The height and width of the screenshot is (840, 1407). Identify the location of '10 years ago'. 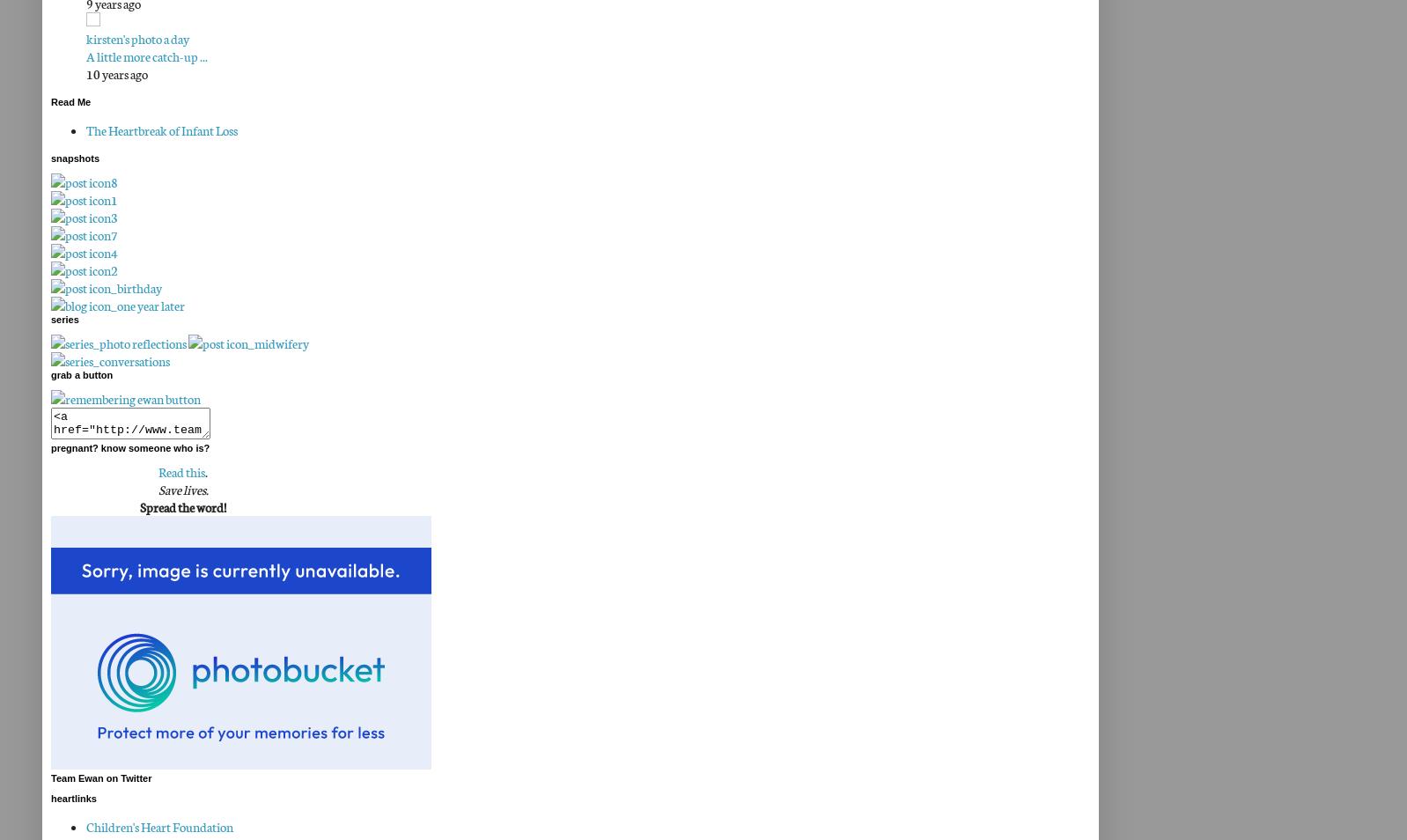
(115, 73).